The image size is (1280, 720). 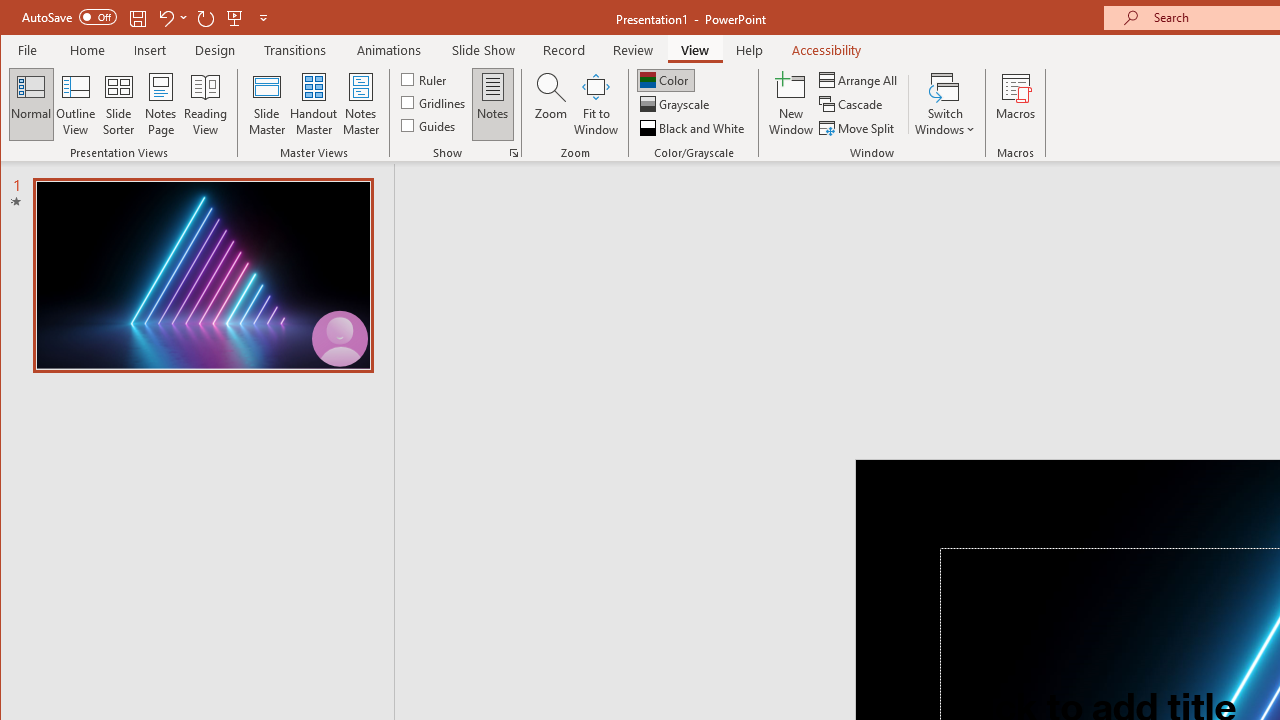 I want to click on 'Black and White', so click(x=694, y=128).